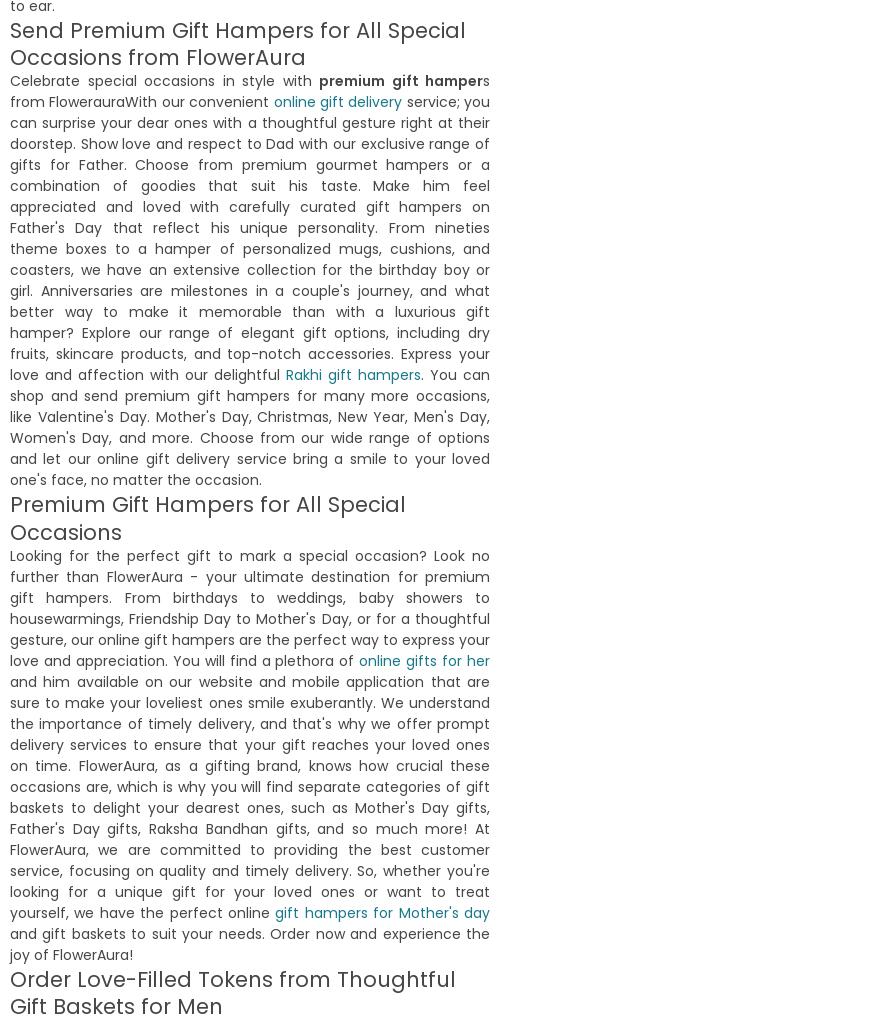 The width and height of the screenshot is (890, 1022). Describe the element at coordinates (11, 295) in the screenshot. I see `'Spiritual Dad Caricature With Candle N Ganesha'` at that location.